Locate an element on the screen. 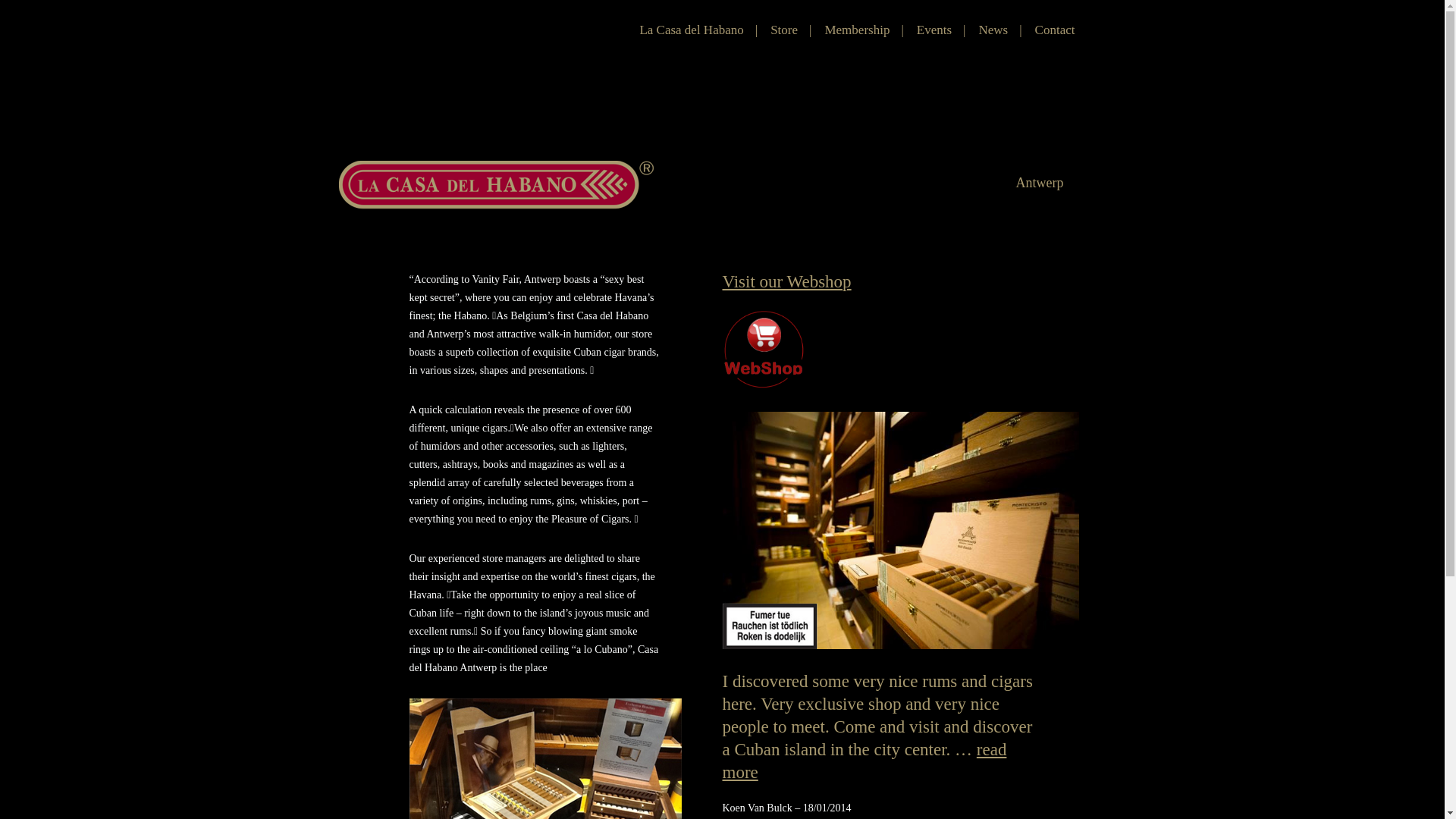 This screenshot has height=819, width=1456. 'read more' is located at coordinates (720, 761).